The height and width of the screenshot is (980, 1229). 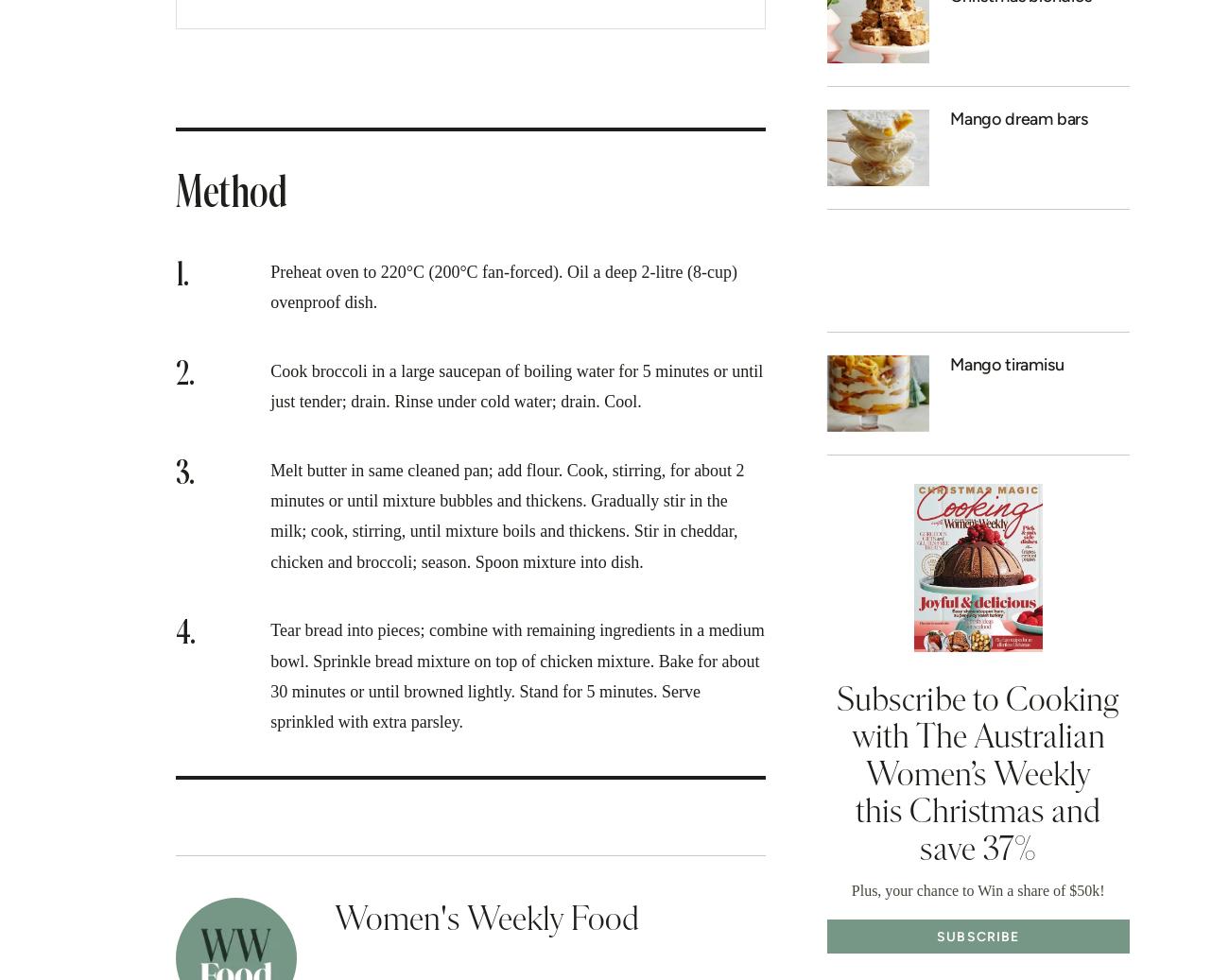 I want to click on '1.', so click(x=182, y=273).